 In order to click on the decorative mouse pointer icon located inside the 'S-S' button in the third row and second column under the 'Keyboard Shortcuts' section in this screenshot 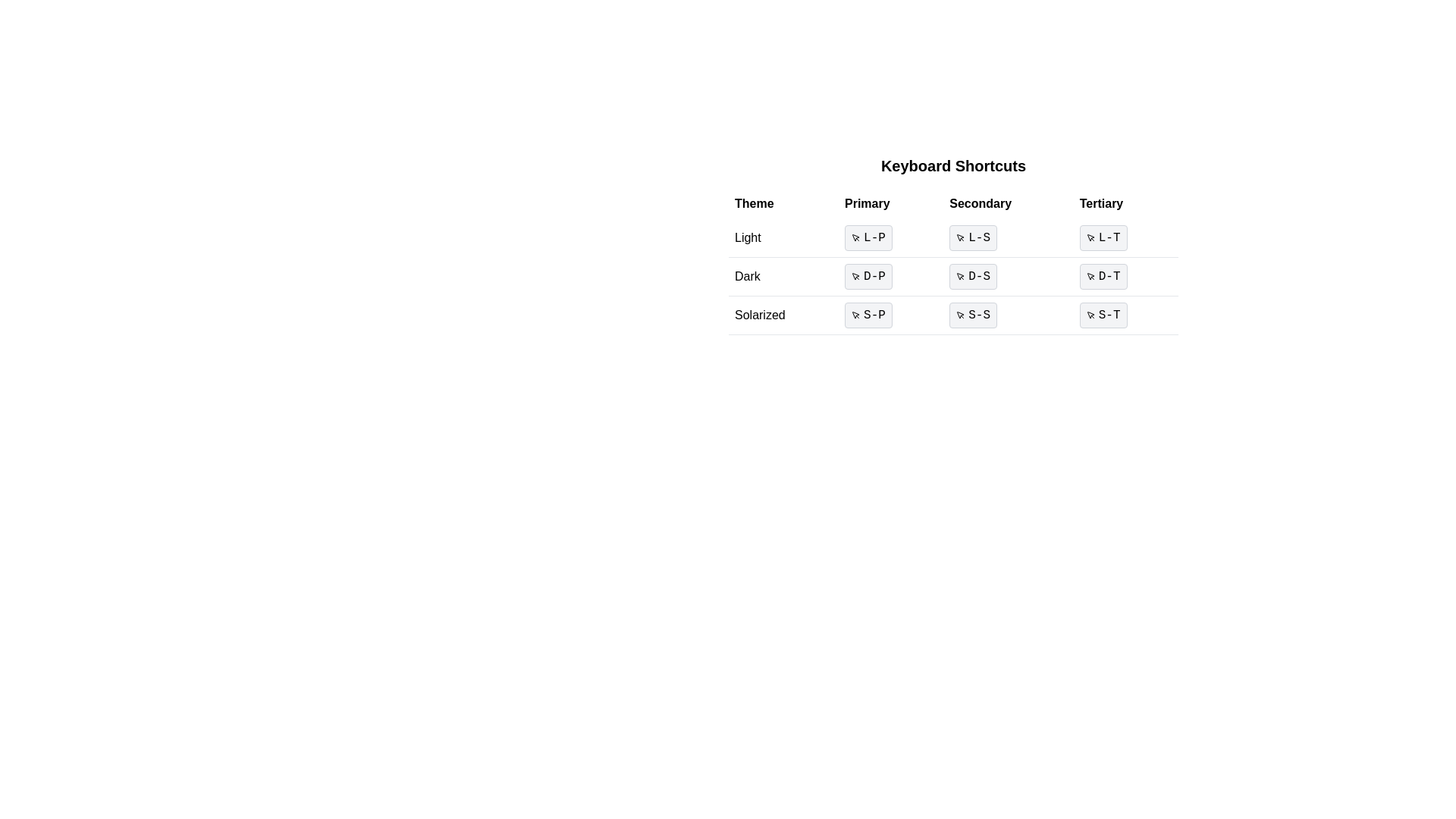, I will do `click(960, 315)`.